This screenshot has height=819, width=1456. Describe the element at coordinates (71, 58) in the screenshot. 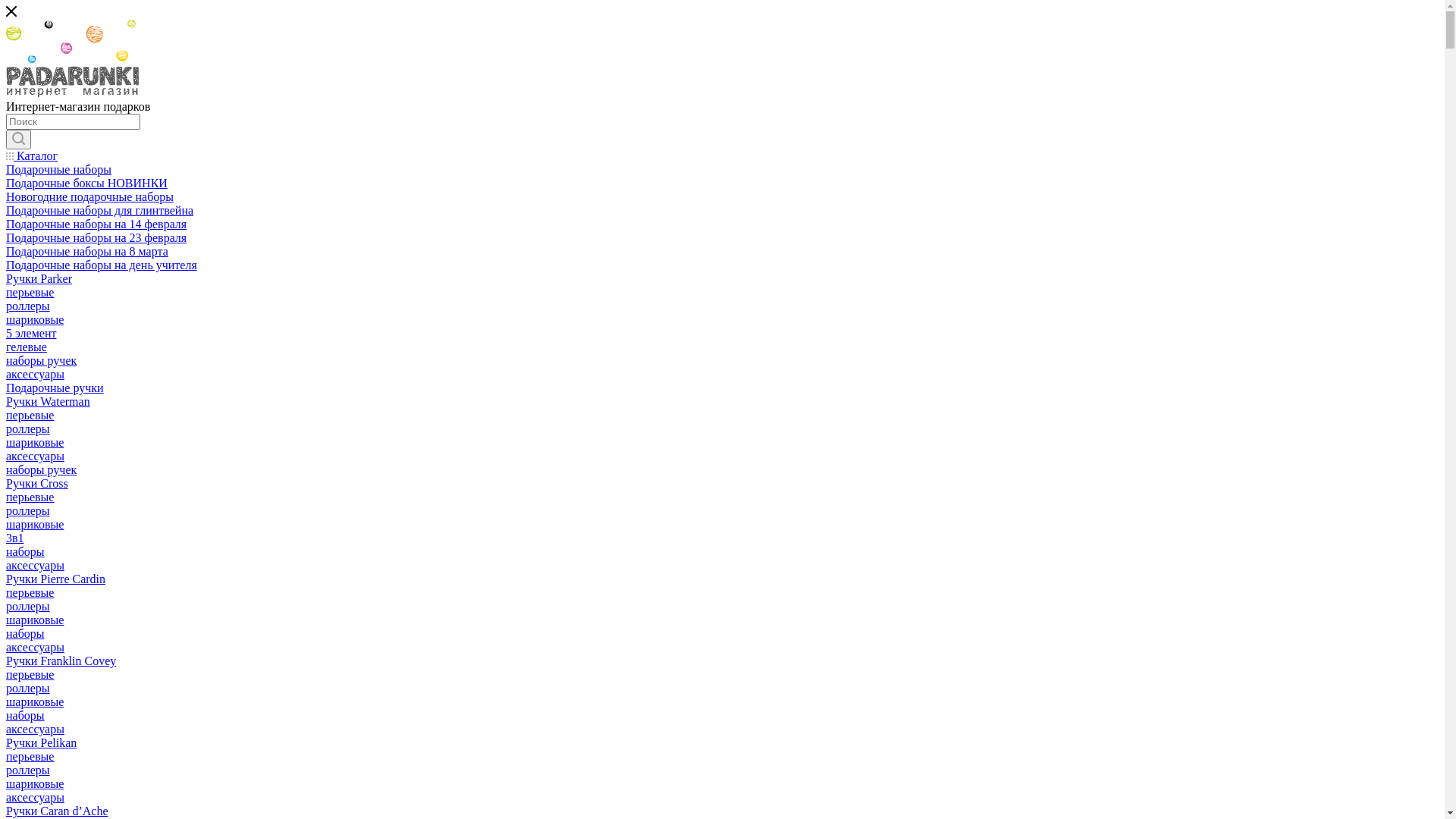

I see `'padarunki'` at that location.